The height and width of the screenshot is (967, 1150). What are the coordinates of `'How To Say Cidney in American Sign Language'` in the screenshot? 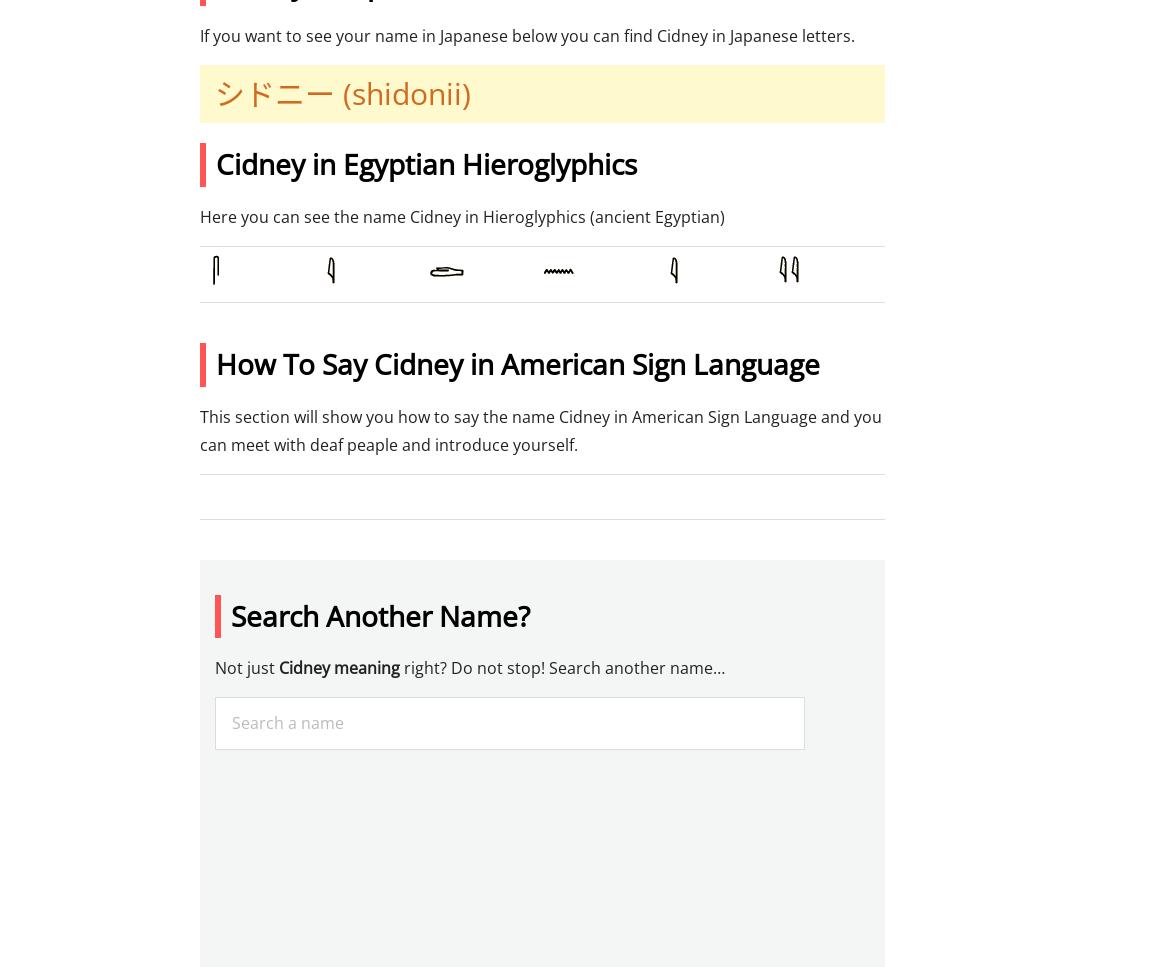 It's located at (517, 362).